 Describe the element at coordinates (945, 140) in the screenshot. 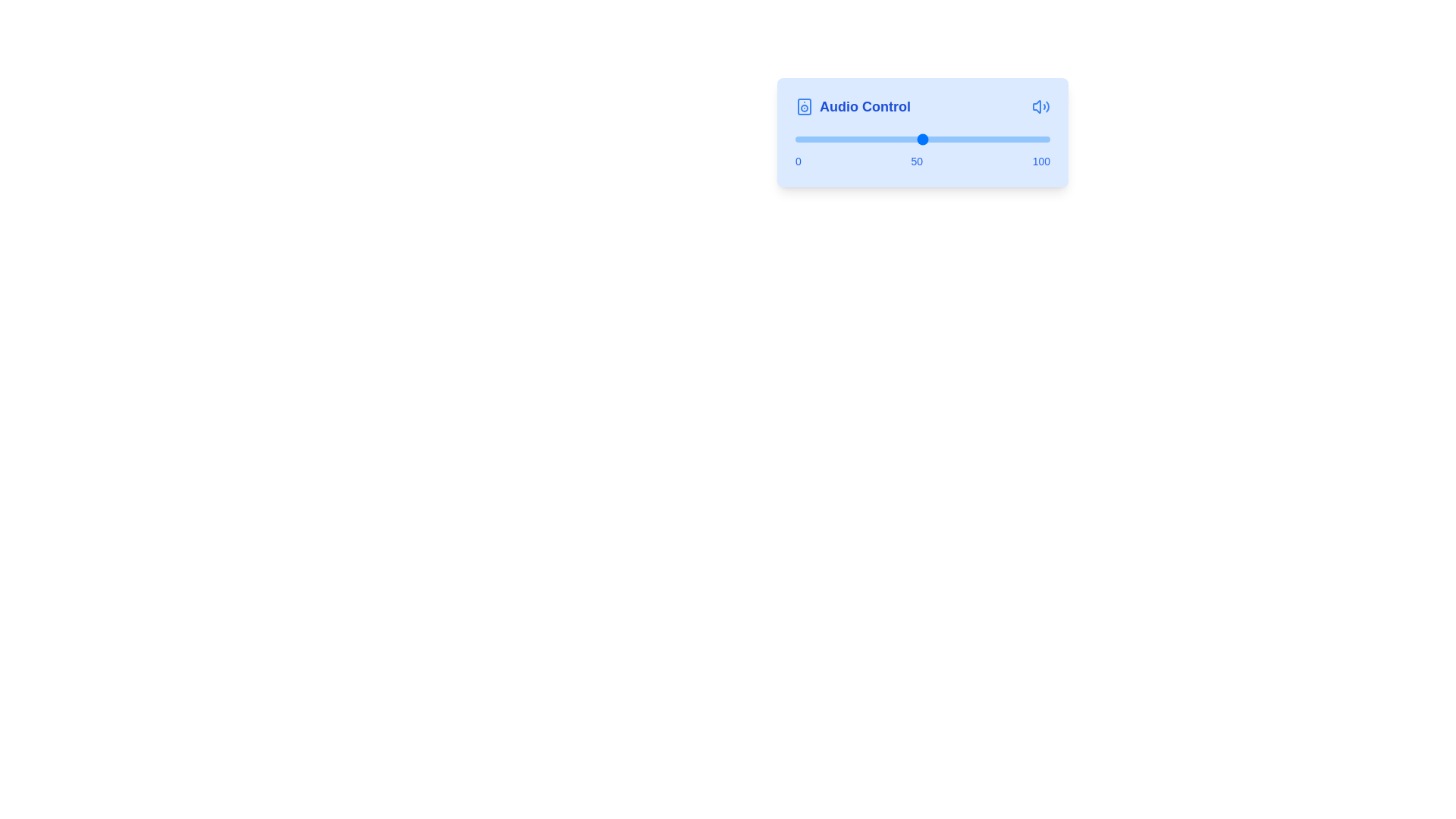

I see `the volume` at that location.